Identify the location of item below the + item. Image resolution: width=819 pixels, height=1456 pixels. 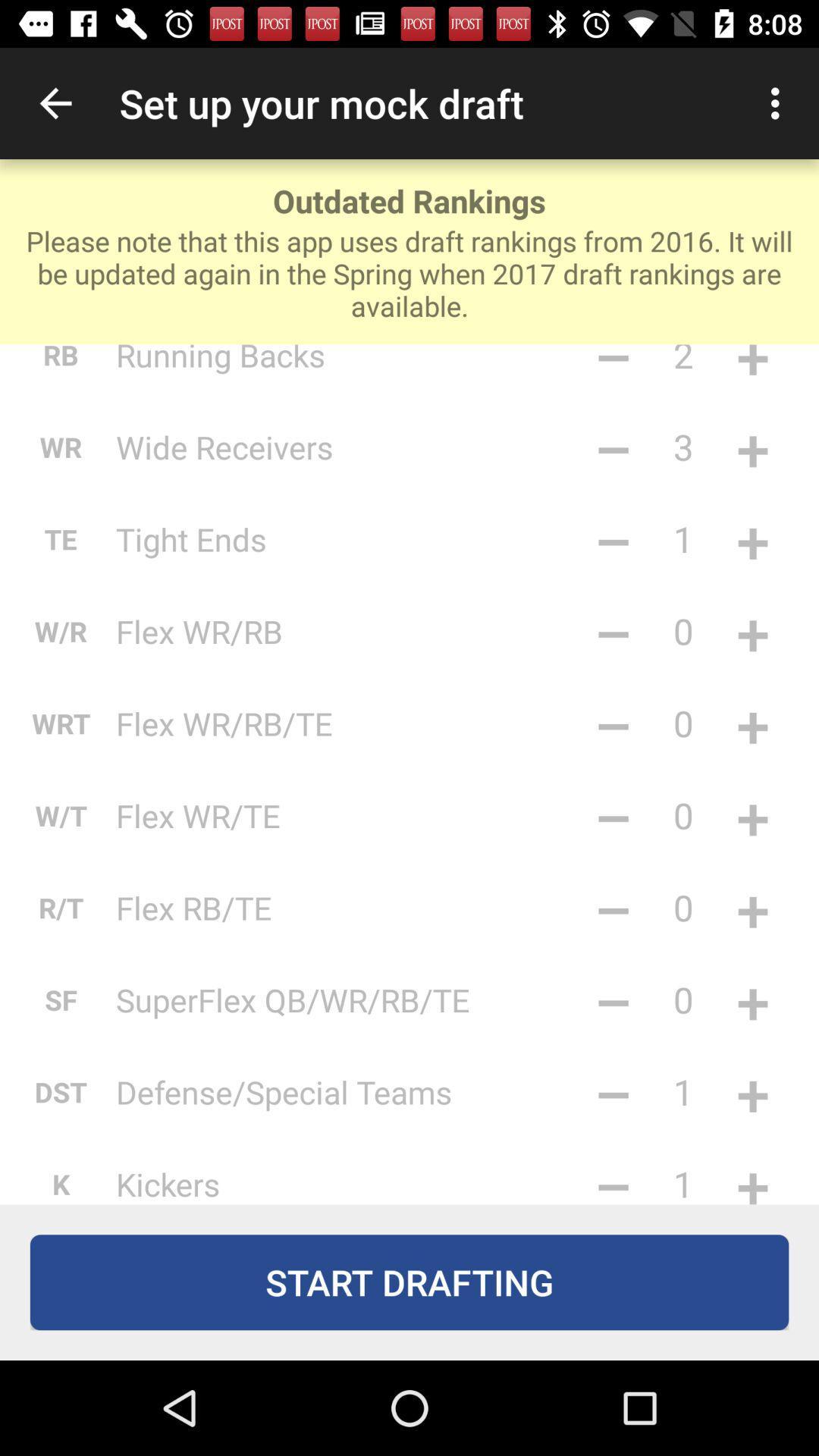
(752, 814).